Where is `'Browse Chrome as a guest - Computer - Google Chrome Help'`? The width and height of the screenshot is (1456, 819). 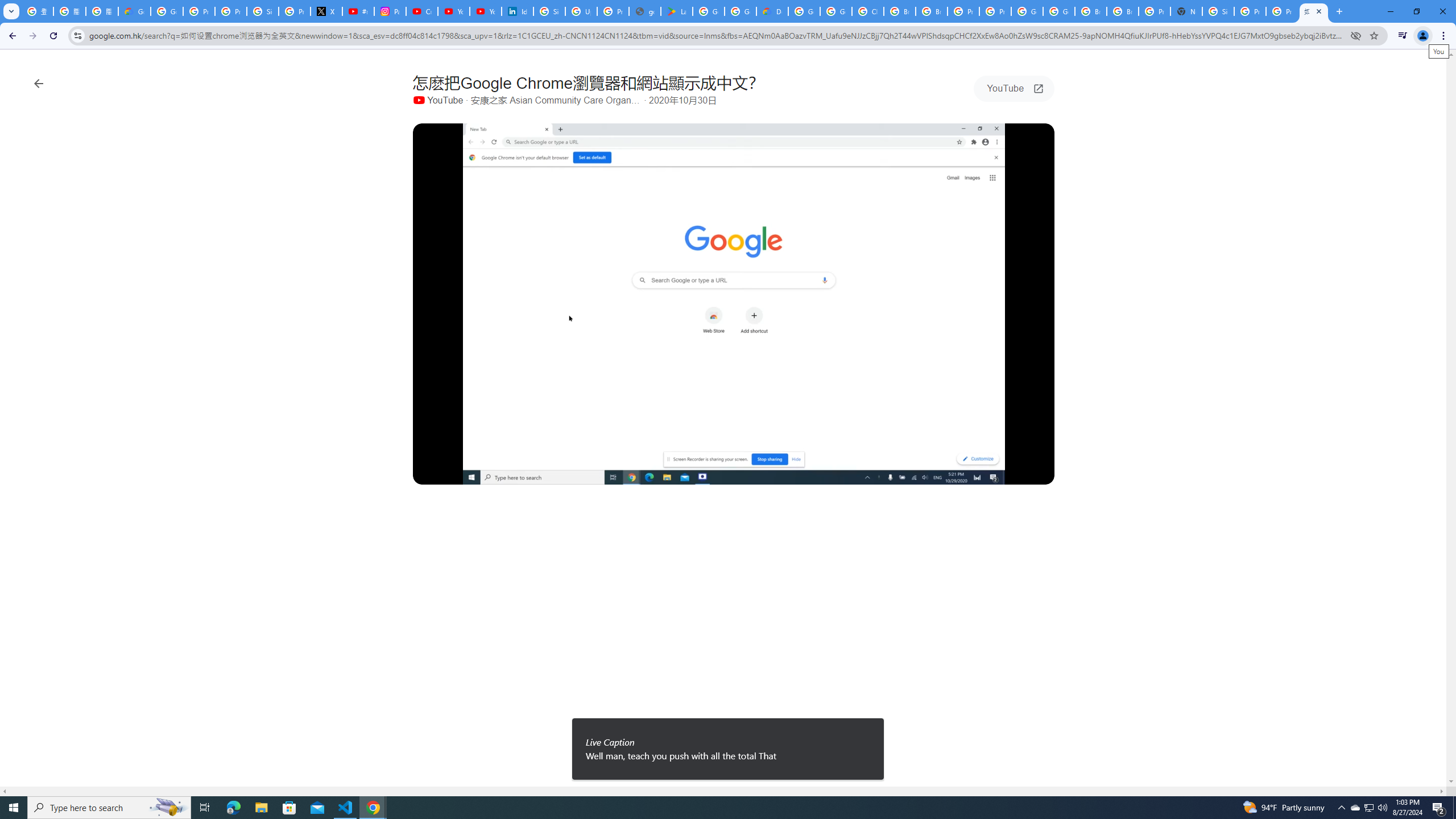 'Browse Chrome as a guest - Computer - Google Chrome Help' is located at coordinates (930, 11).